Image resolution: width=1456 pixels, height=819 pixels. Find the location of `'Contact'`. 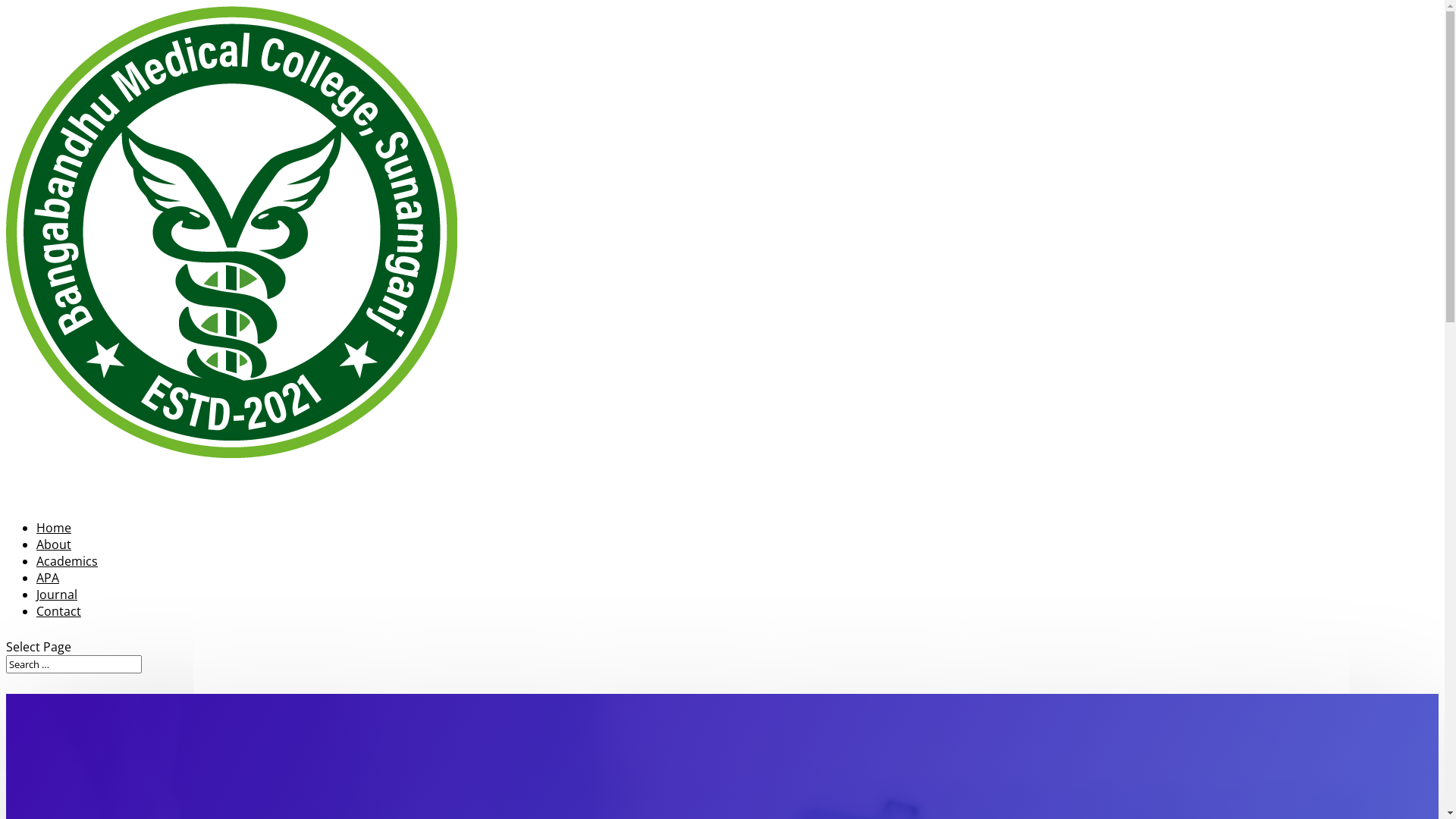

'Contact' is located at coordinates (58, 634).